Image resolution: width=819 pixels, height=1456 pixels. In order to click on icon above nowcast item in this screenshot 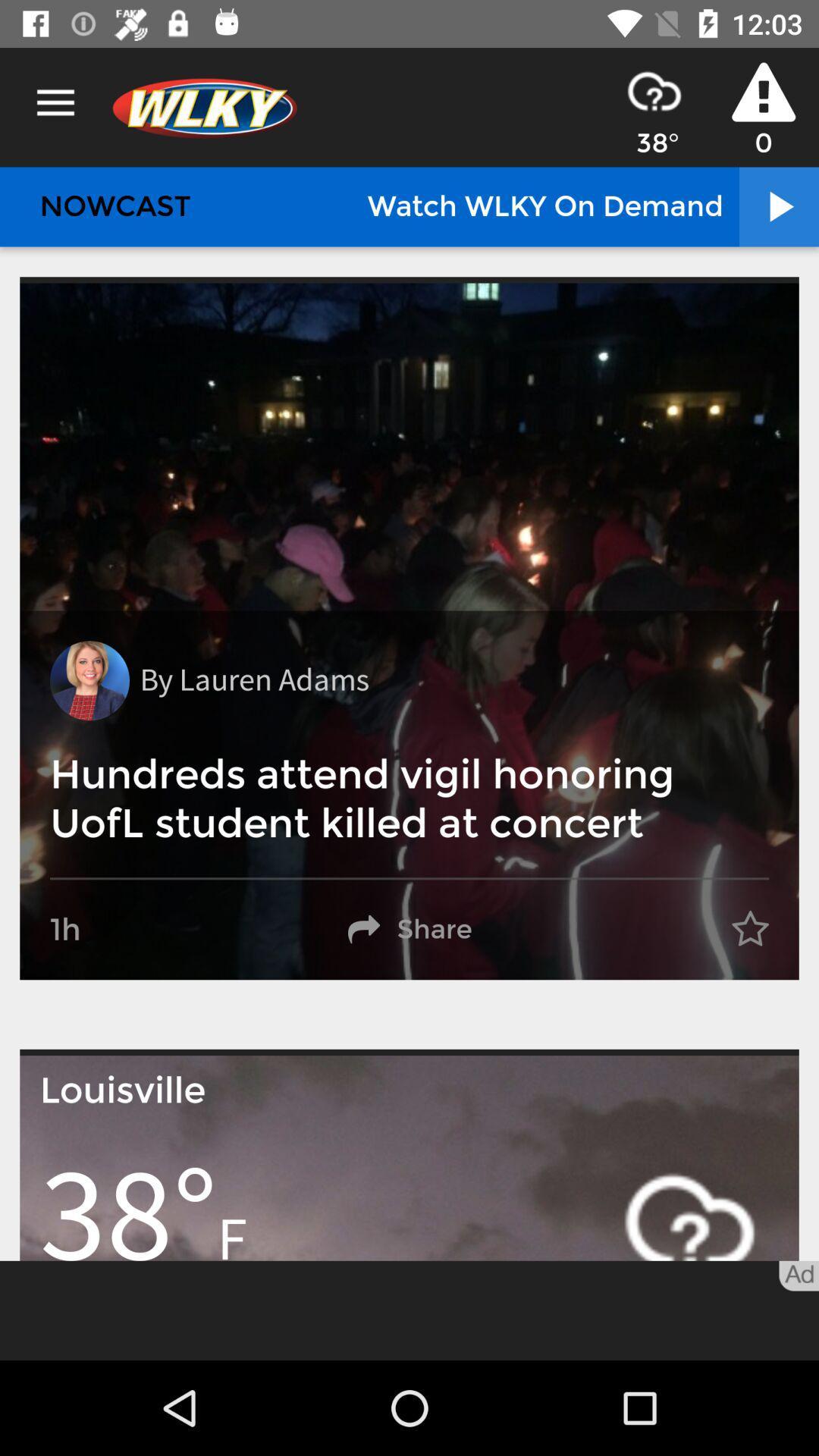, I will do `click(55, 102)`.